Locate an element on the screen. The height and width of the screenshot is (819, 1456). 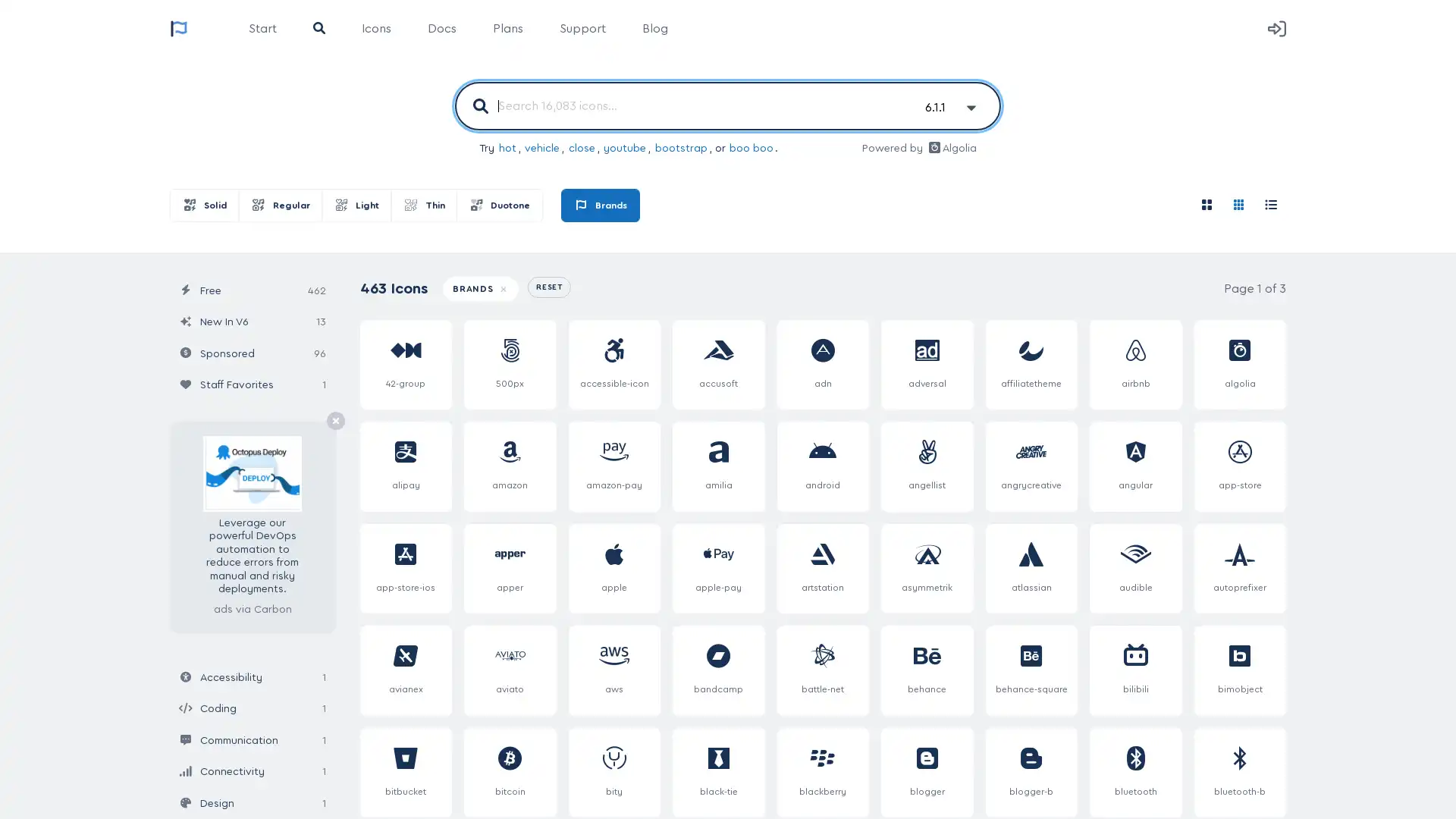
amazon is located at coordinates (510, 475).